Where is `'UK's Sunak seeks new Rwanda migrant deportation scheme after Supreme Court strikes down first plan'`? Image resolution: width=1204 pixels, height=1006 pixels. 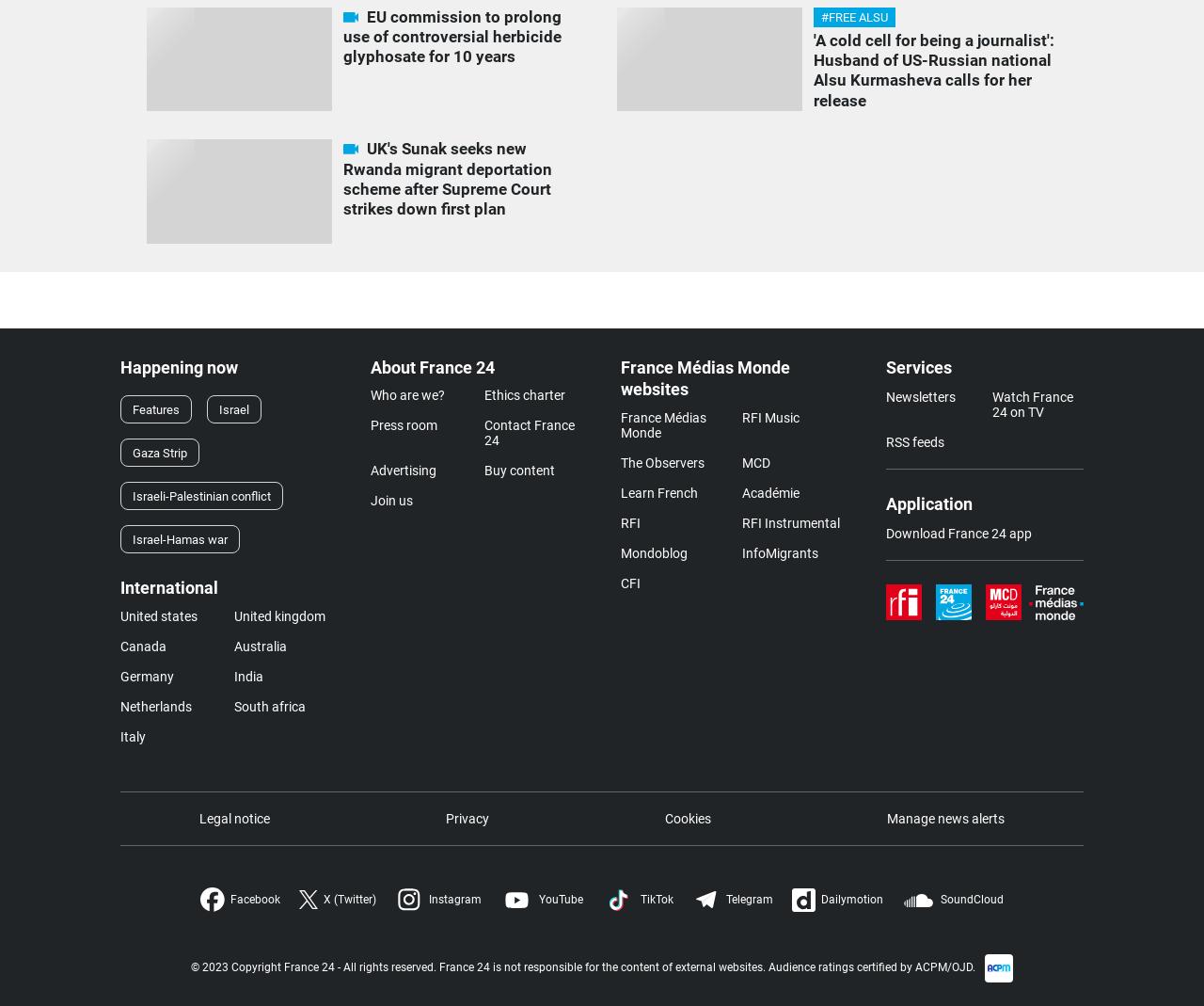 'UK's Sunak seeks new Rwanda migrant deportation scheme after Supreme Court strikes down first plan' is located at coordinates (446, 178).